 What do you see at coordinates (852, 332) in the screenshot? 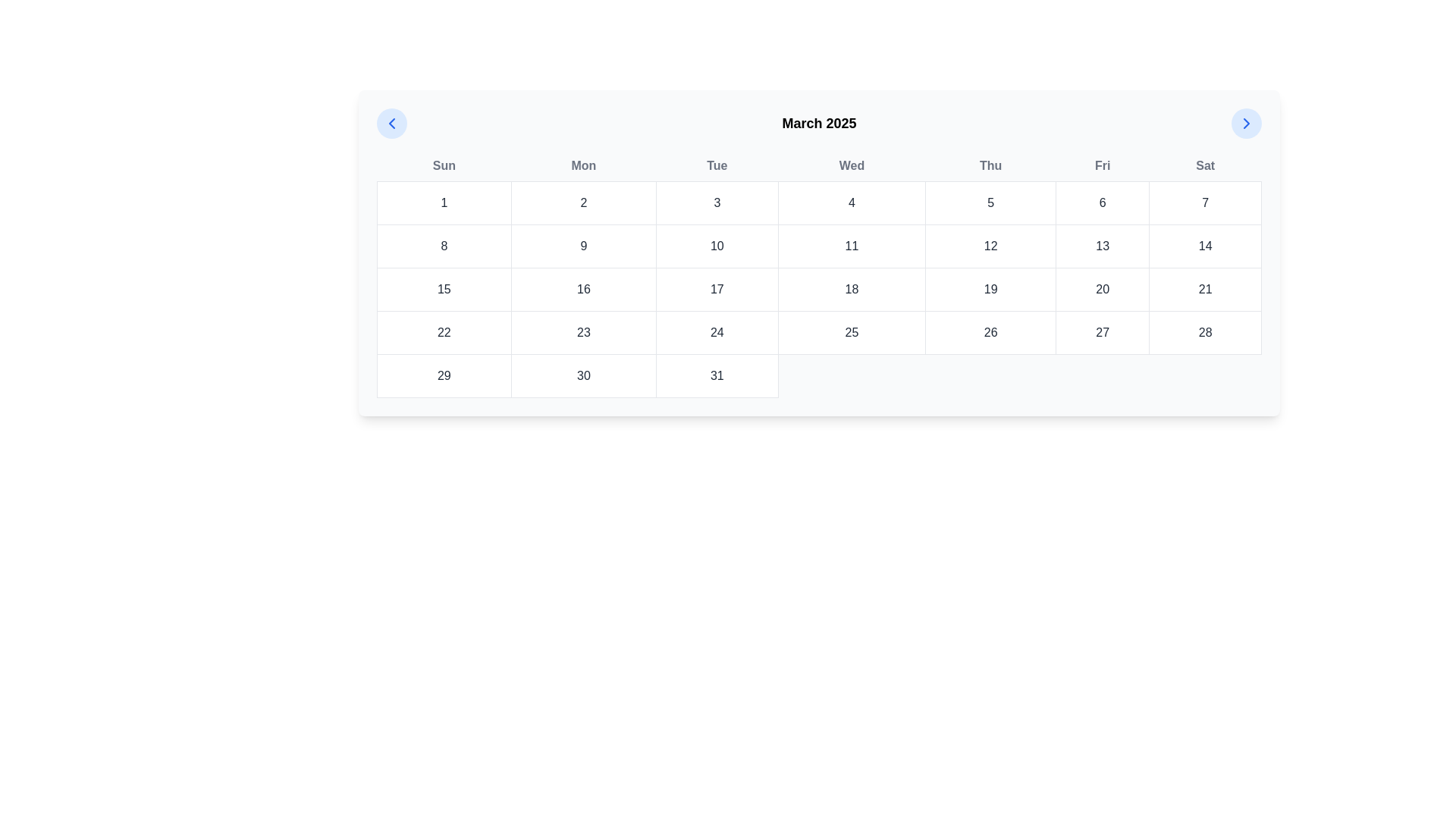
I see `the button-like item in the calendar grid that displays the number '25'` at bounding box center [852, 332].